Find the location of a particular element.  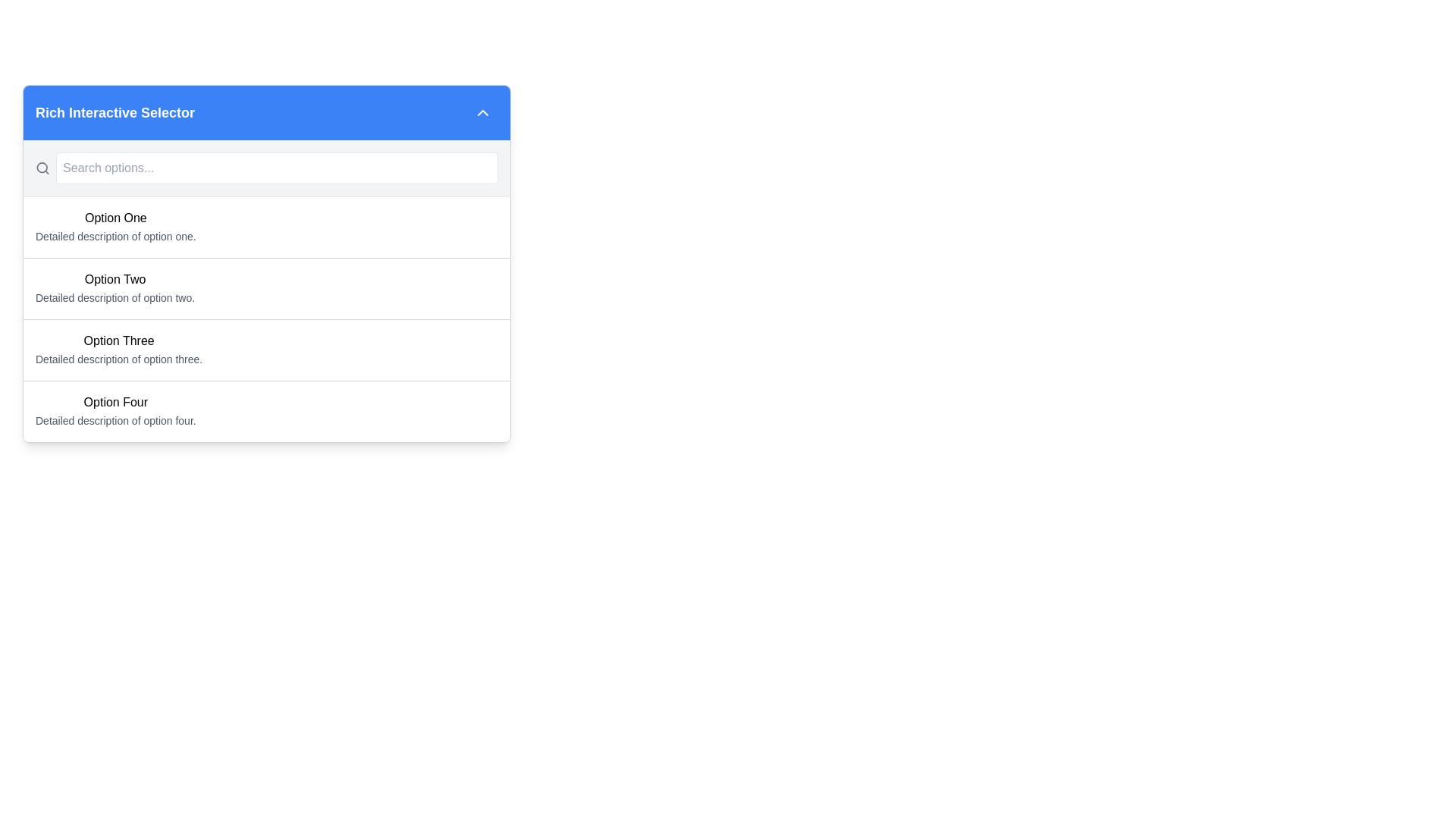

the selectable list item titled 'Option Three' which has a description stating 'Detailed description of option three.' is located at coordinates (266, 350).